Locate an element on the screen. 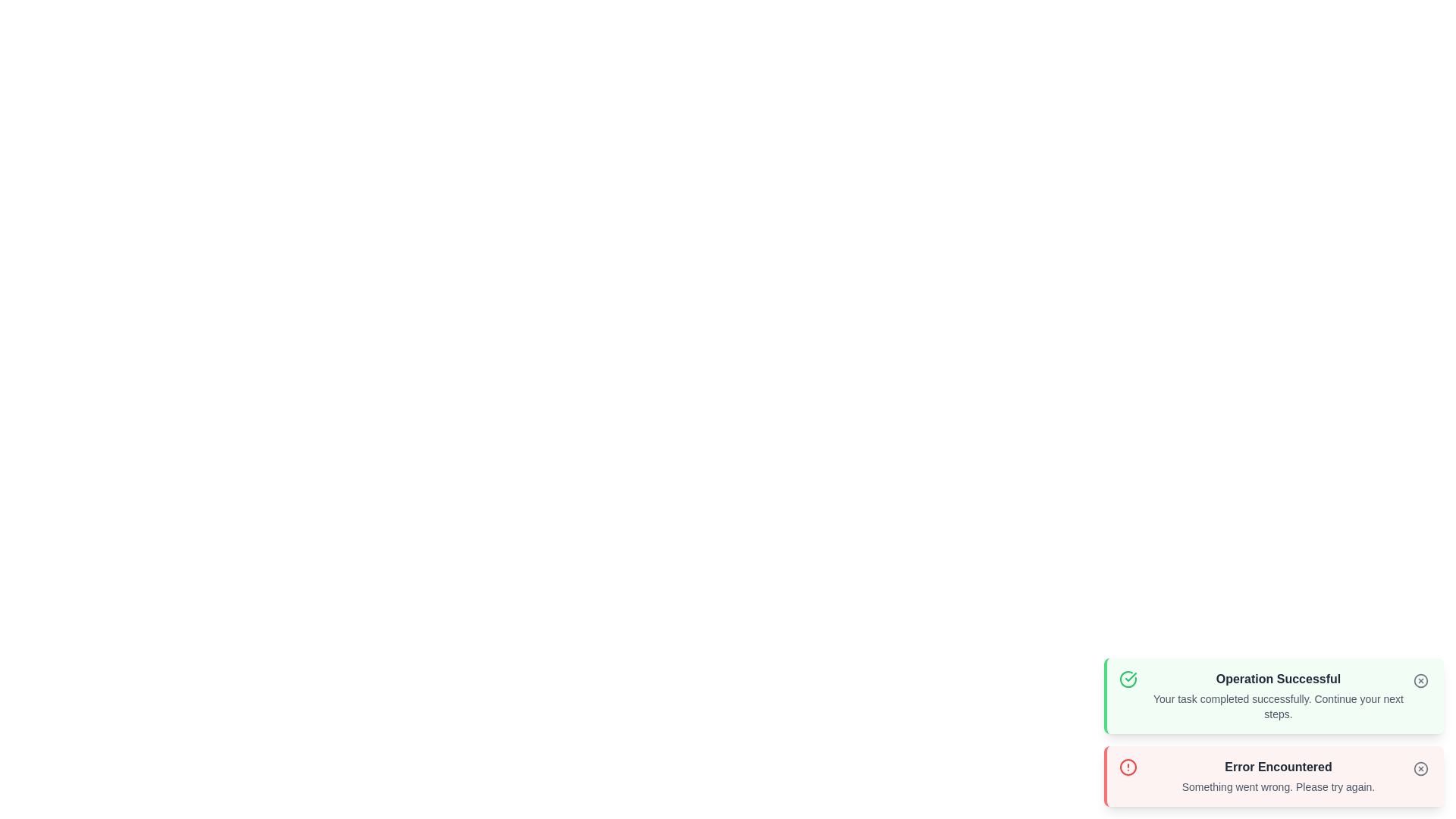  the circular button with a cross icon located in the top-right corner of the 'Operation Successful' alert box is located at coordinates (1420, 680).